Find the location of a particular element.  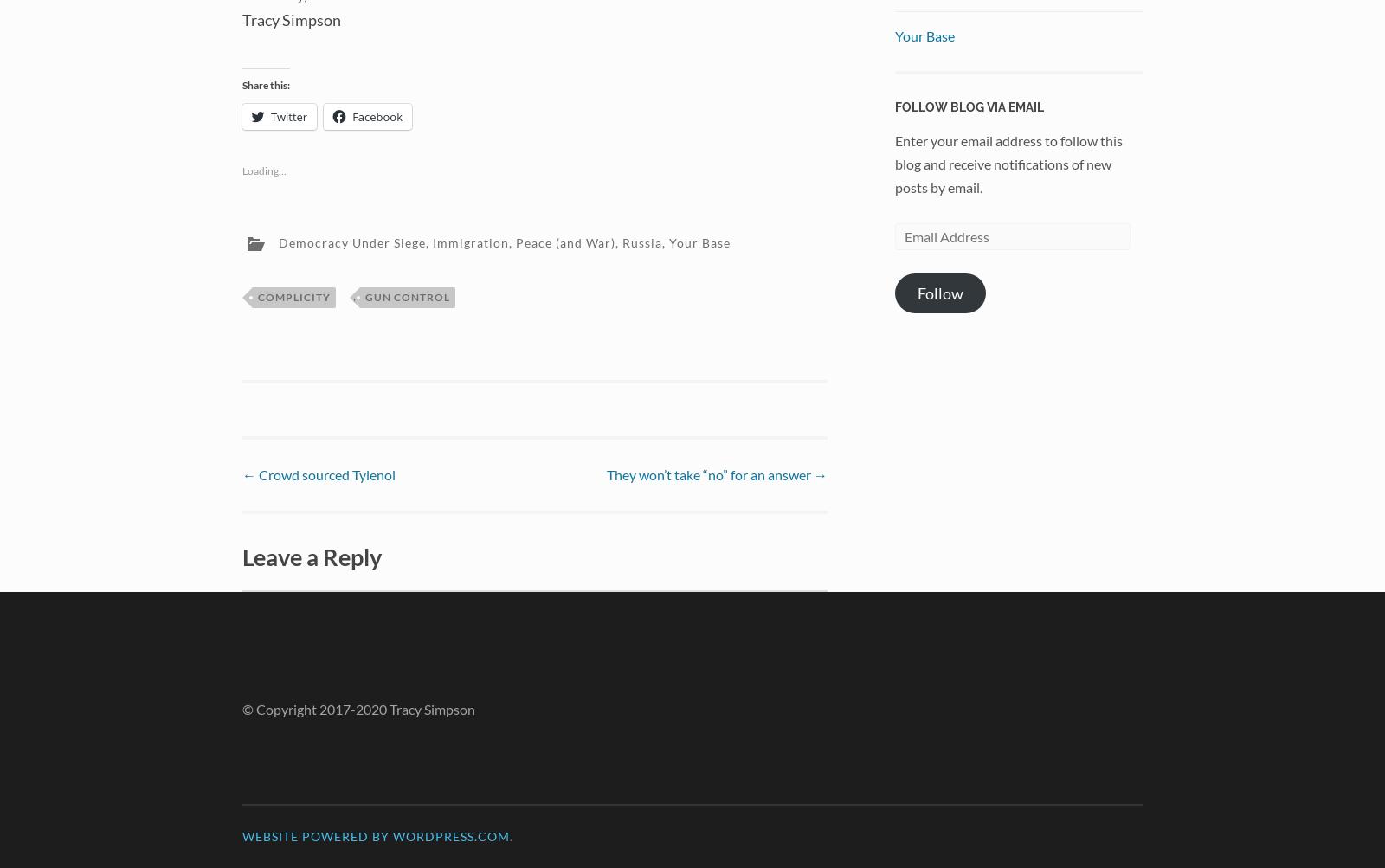

'Enter your email address to follow this blog and receive notifications of new posts by email.' is located at coordinates (1008, 162).